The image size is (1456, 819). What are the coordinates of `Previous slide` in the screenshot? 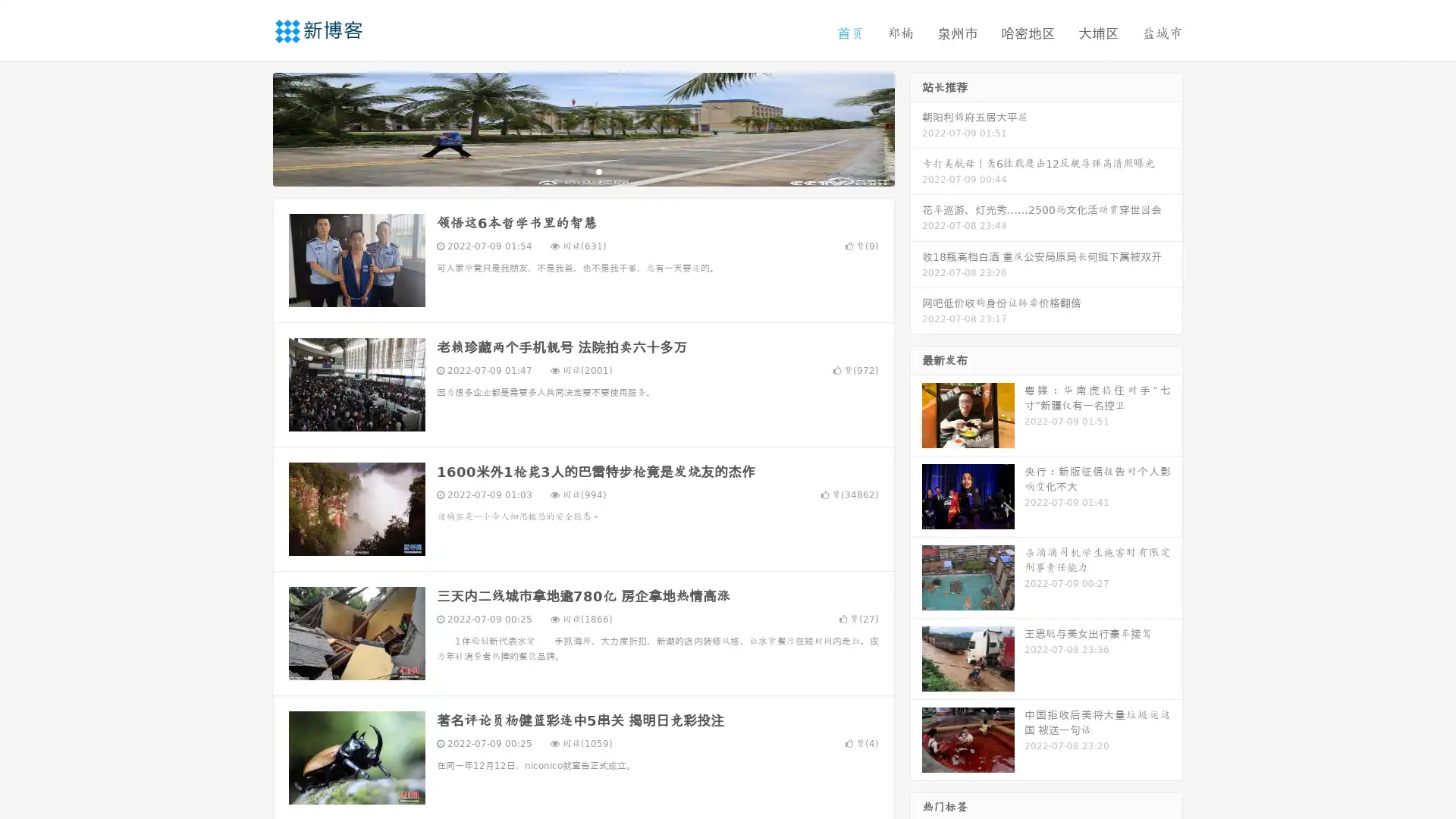 It's located at (250, 127).